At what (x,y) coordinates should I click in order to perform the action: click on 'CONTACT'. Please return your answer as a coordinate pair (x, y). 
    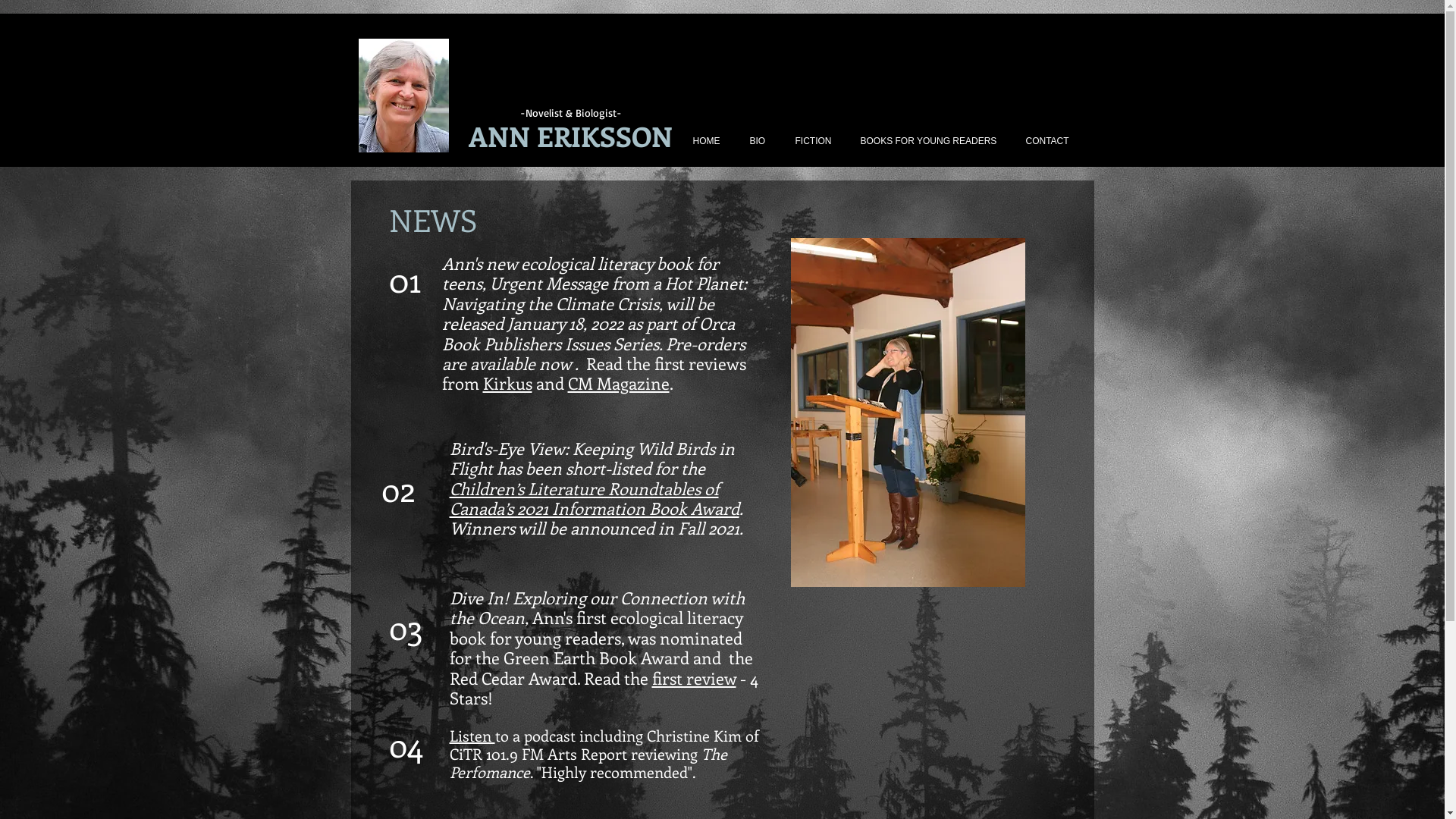
    Looking at the image, I should click on (1018, 141).